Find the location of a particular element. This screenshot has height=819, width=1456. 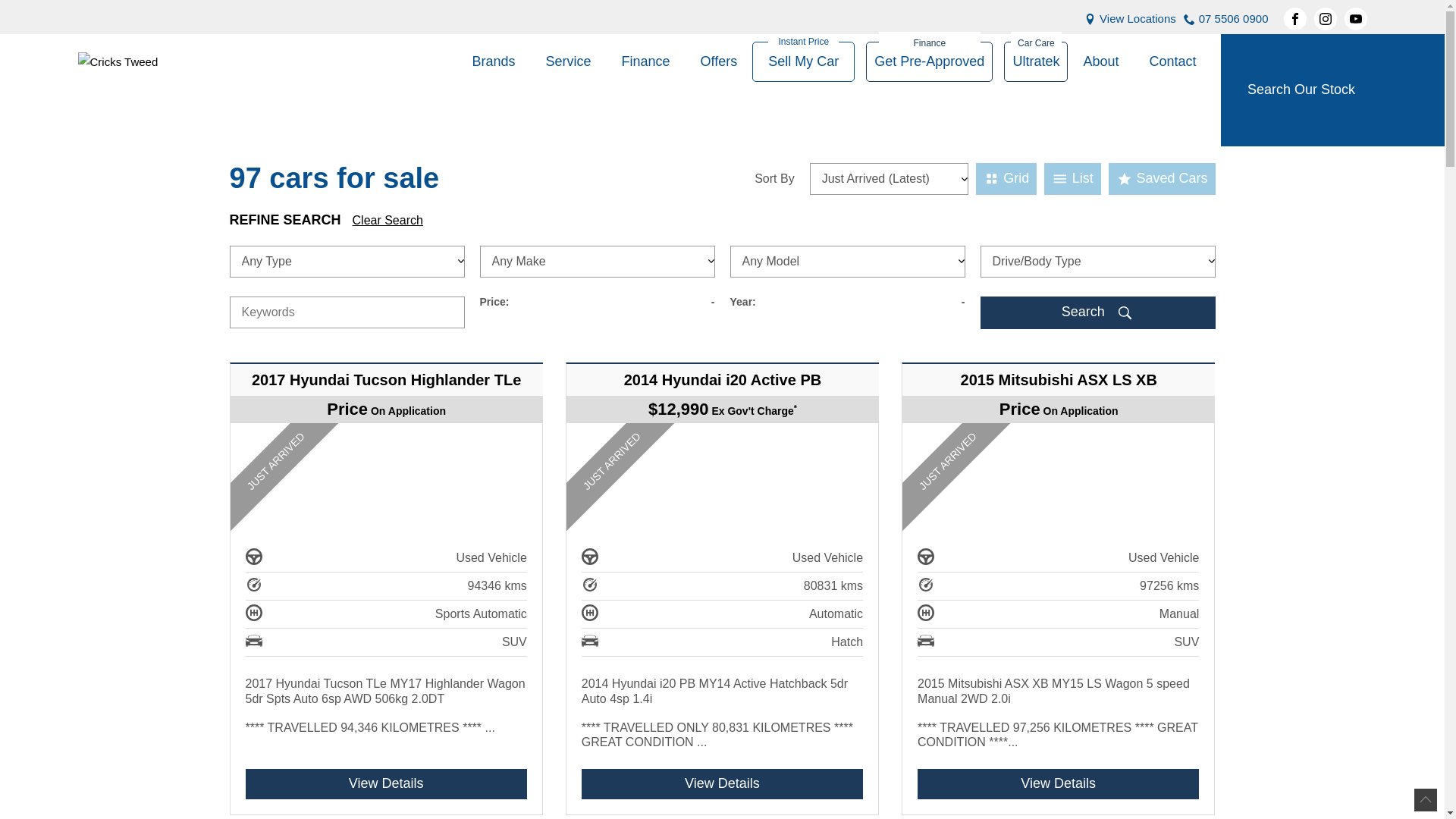

'View Details' is located at coordinates (386, 783).